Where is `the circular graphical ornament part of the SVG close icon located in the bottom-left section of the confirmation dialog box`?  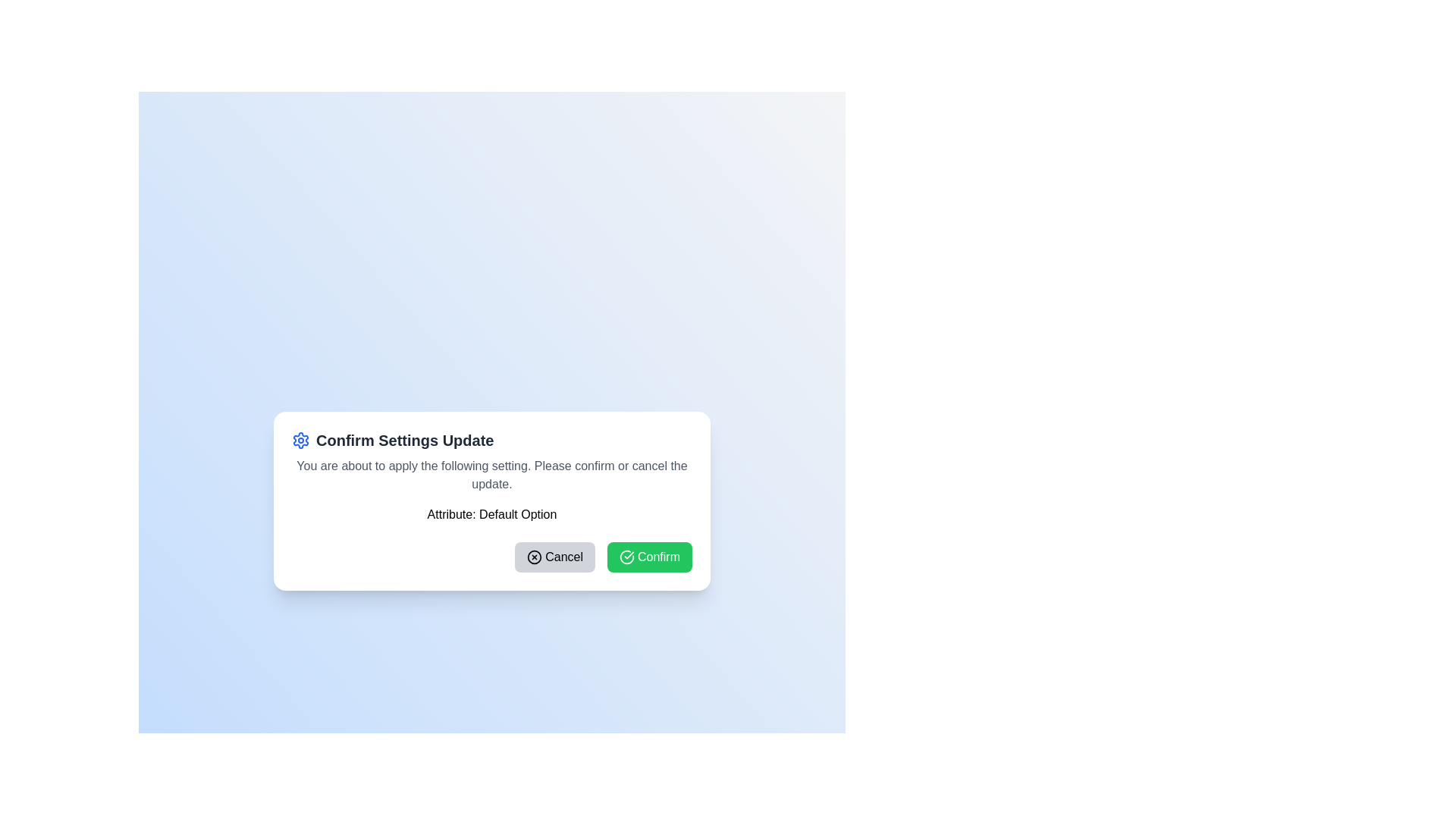
the circular graphical ornament part of the SVG close icon located in the bottom-left section of the confirmation dialog box is located at coordinates (535, 557).